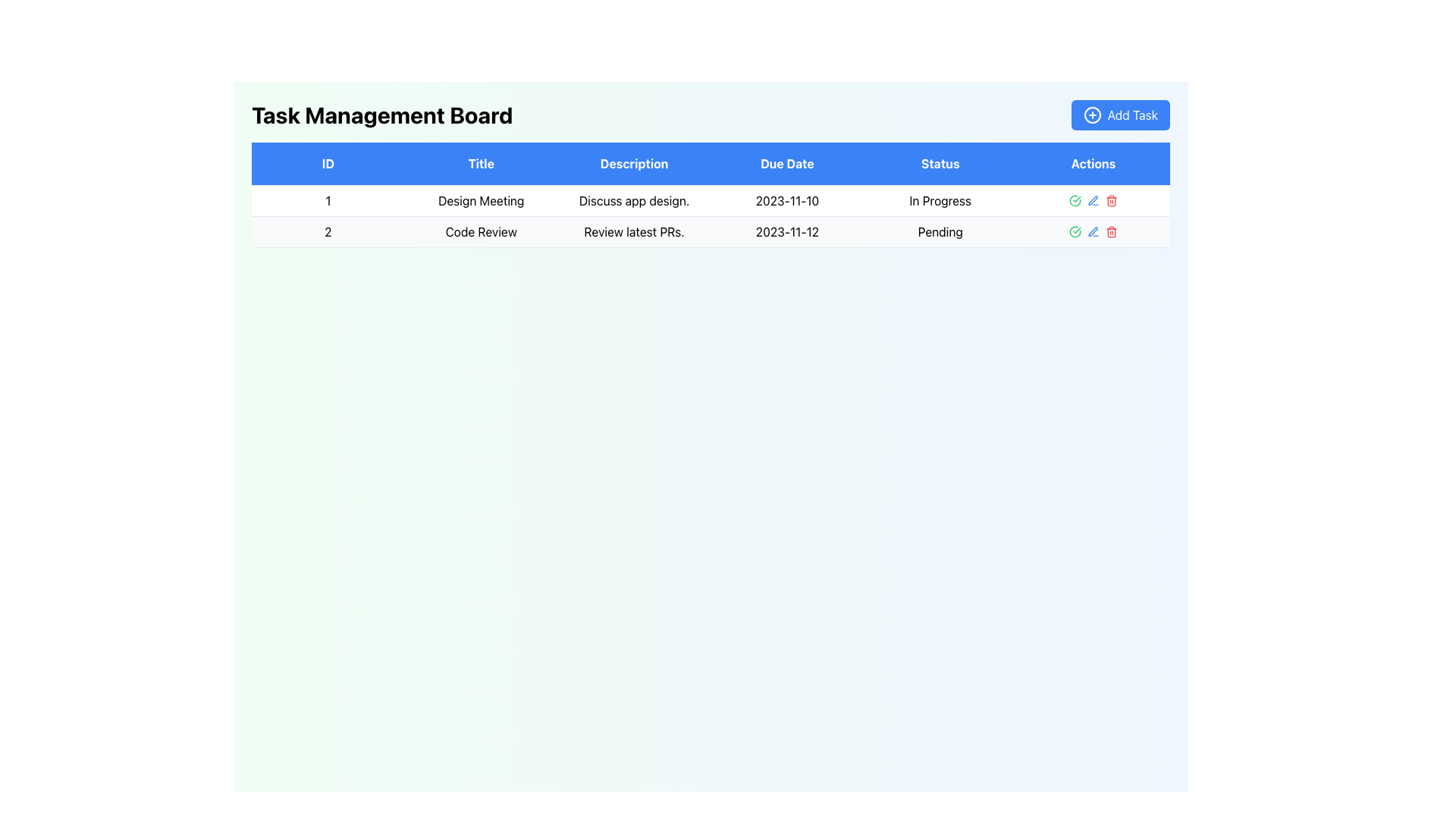  I want to click on the Icon Button located in the 'Actions' column of the second row in the table, so click(1075, 200).